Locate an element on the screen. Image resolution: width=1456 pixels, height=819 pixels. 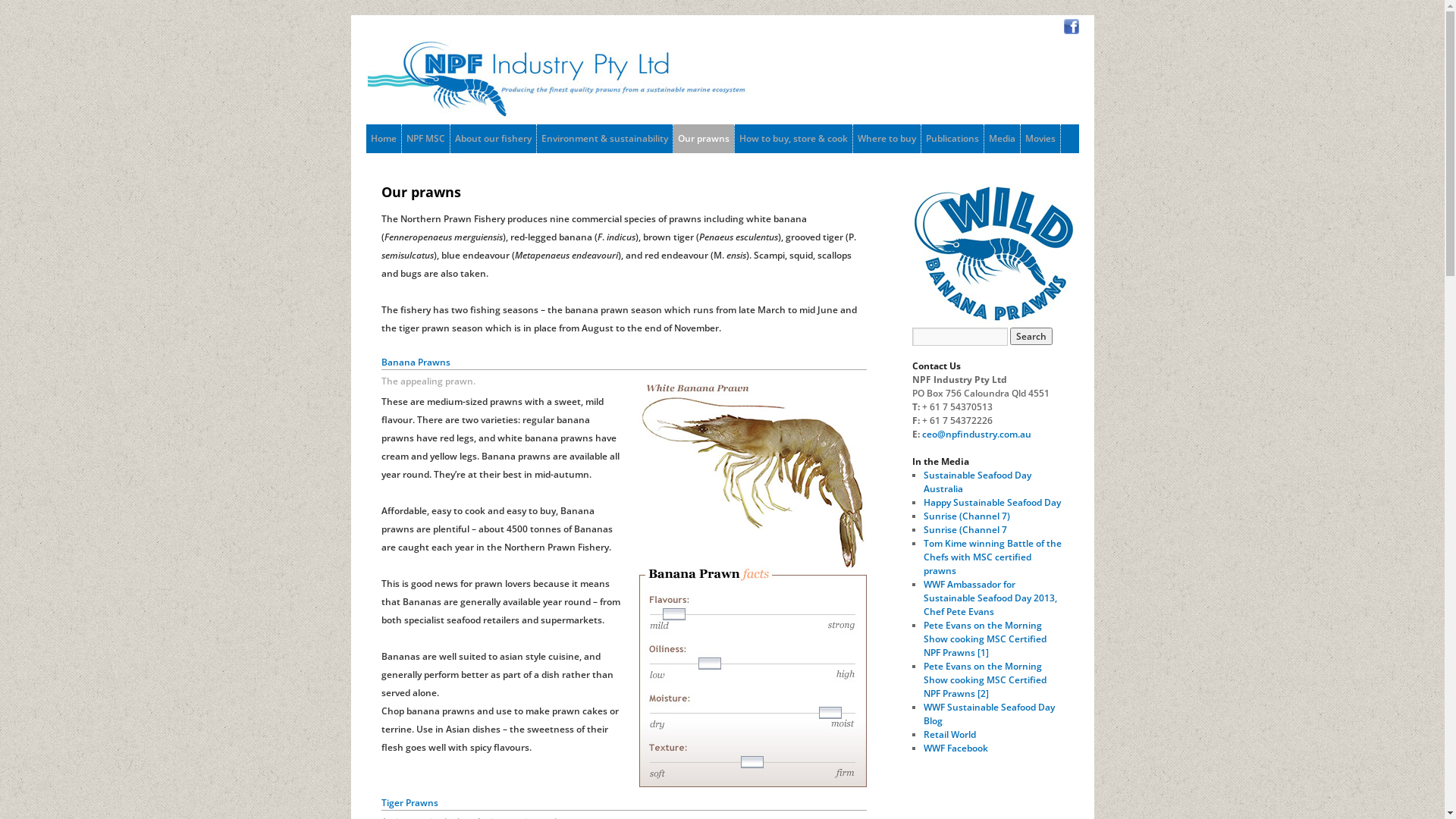
'Where to buy' is located at coordinates (886, 138).